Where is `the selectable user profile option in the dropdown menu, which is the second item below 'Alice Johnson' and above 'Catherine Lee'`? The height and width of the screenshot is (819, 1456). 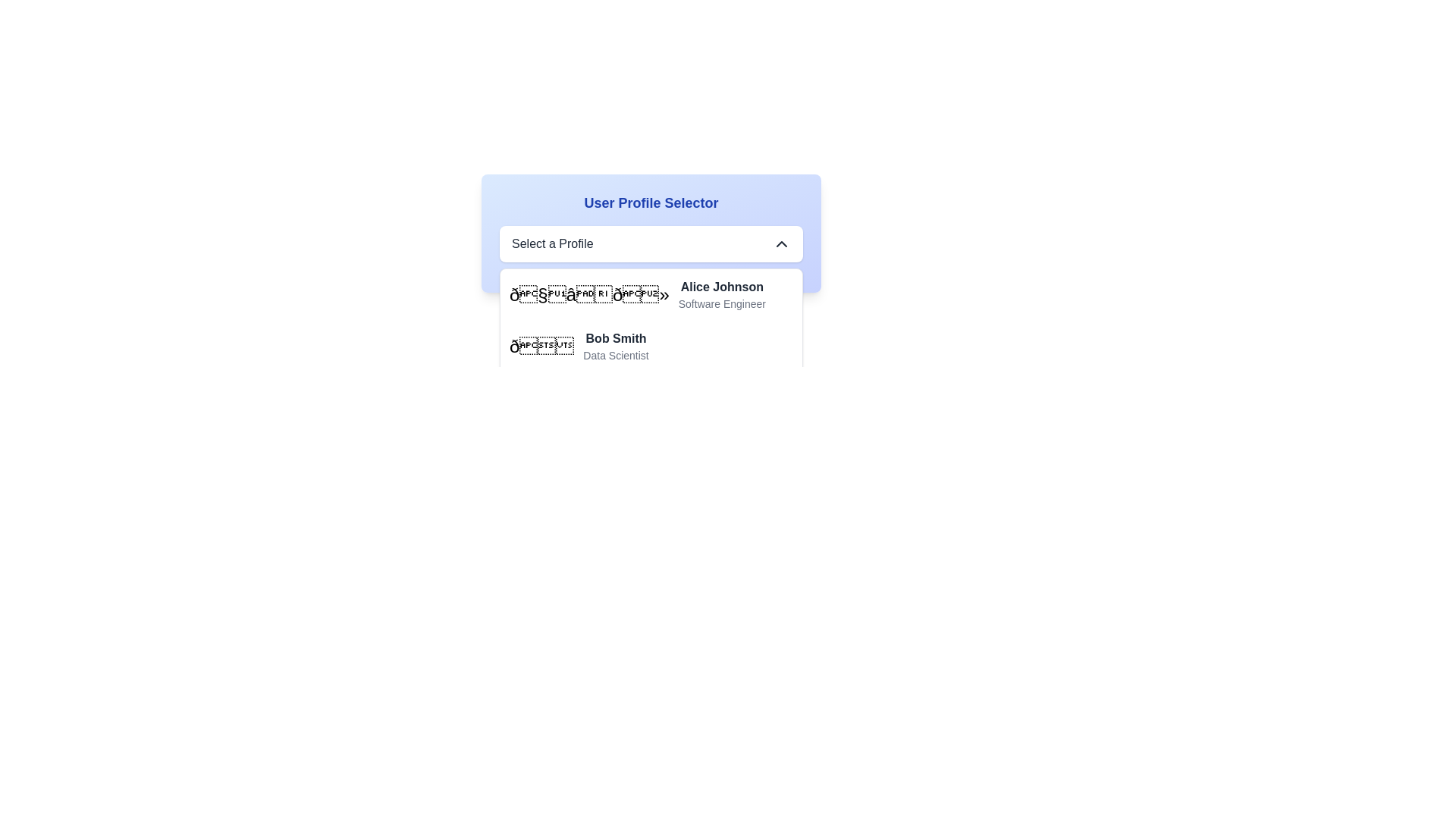
the selectable user profile option in the dropdown menu, which is the second item below 'Alice Johnson' and above 'Catherine Lee' is located at coordinates (651, 346).